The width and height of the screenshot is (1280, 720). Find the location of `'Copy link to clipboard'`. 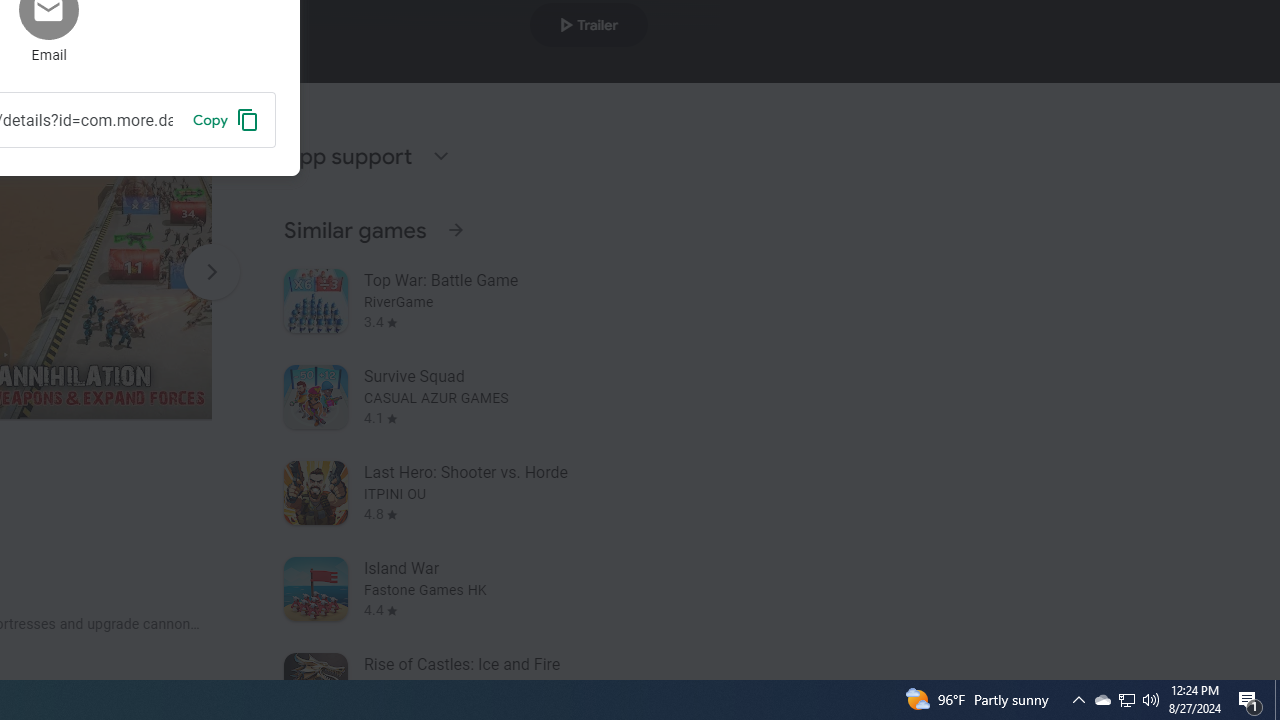

'Copy link to clipboard' is located at coordinates (225, 119).